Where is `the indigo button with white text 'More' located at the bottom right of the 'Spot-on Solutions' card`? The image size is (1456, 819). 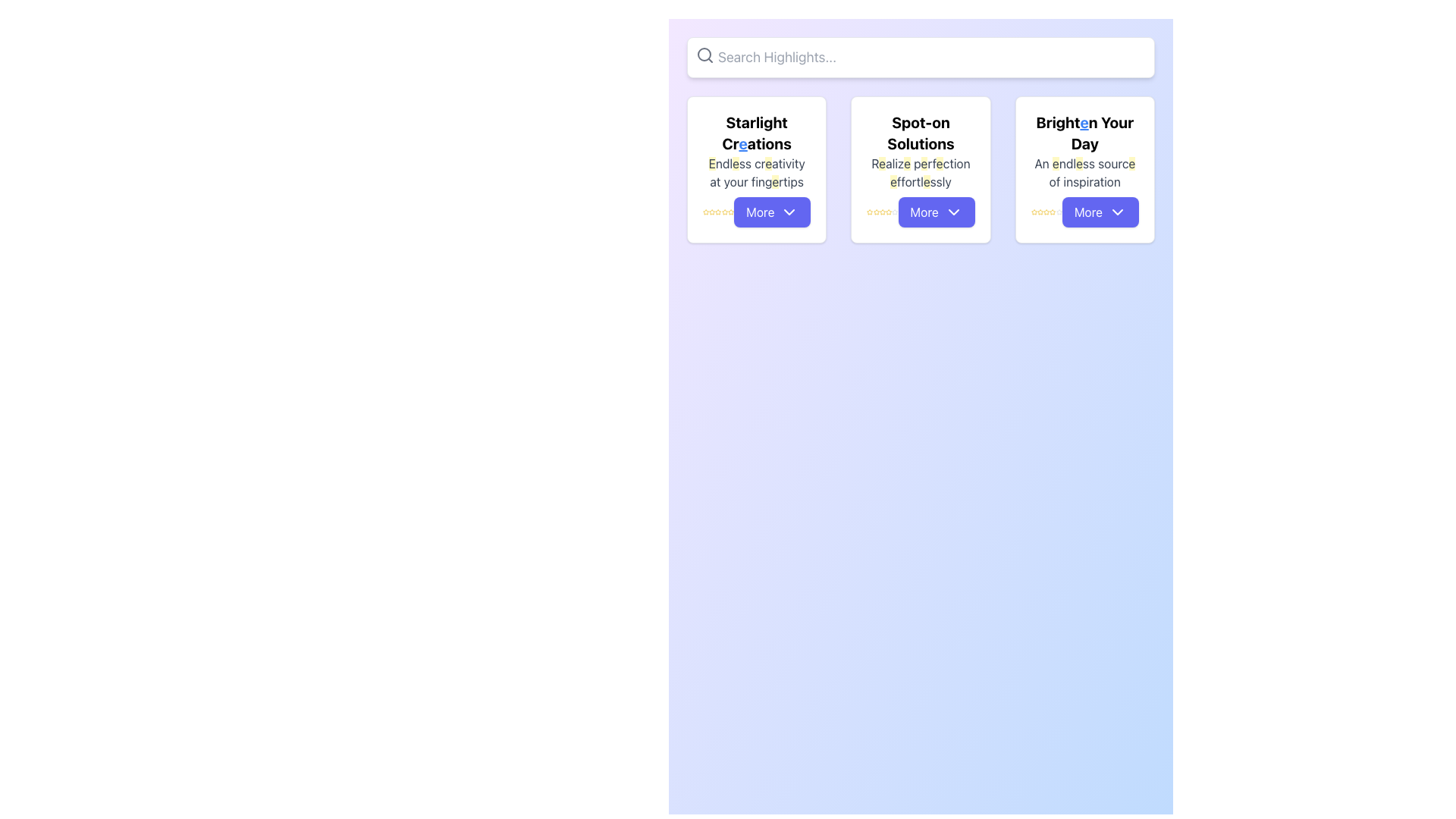 the indigo button with white text 'More' located at the bottom right of the 'Spot-on Solutions' card is located at coordinates (920, 212).